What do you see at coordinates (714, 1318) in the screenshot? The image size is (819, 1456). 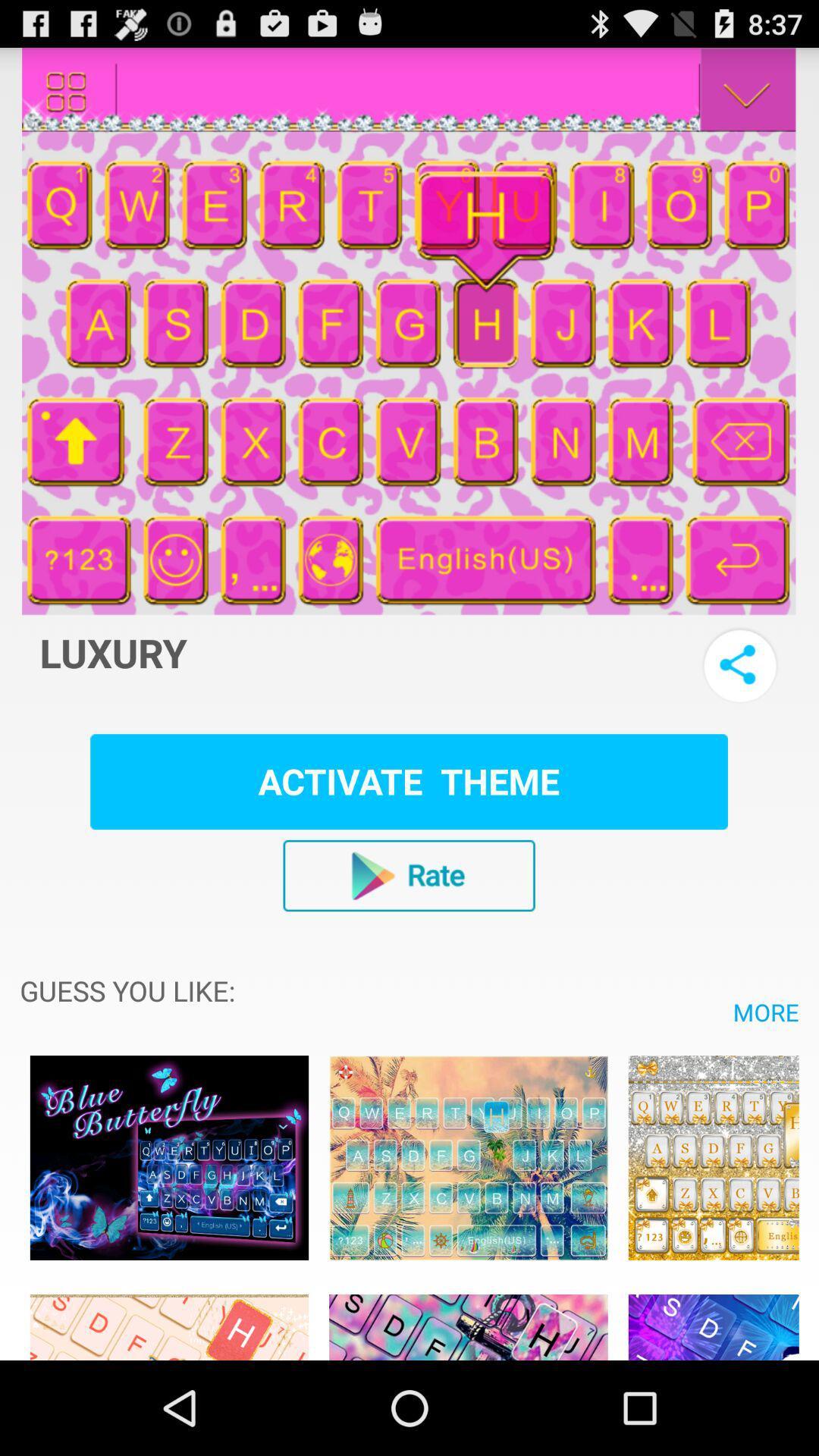 I see `switch keyboard design` at bounding box center [714, 1318].